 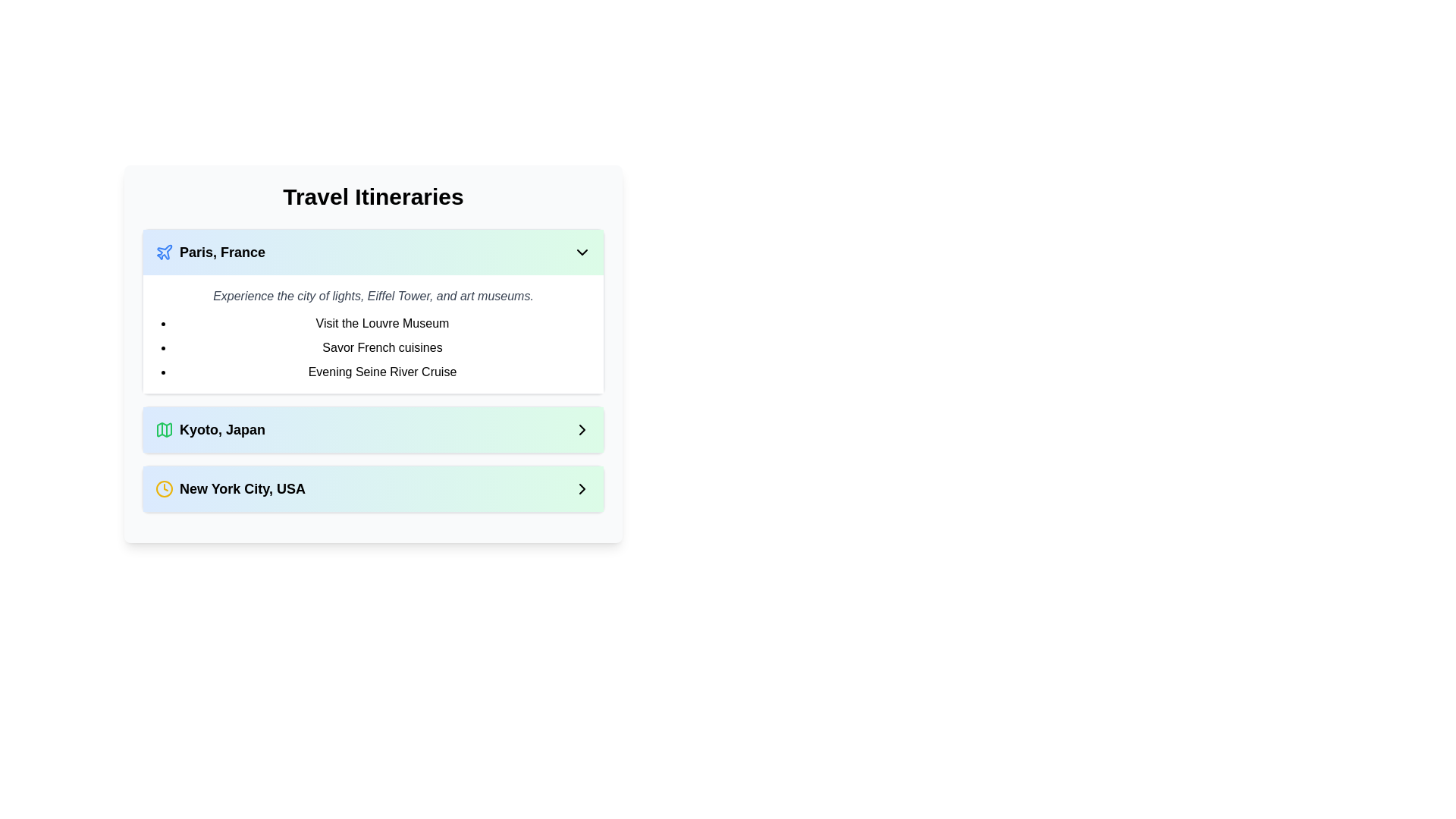 I want to click on the icon located to the far right of the green-highlighted box labeled 'New York City, USA', so click(x=582, y=488).